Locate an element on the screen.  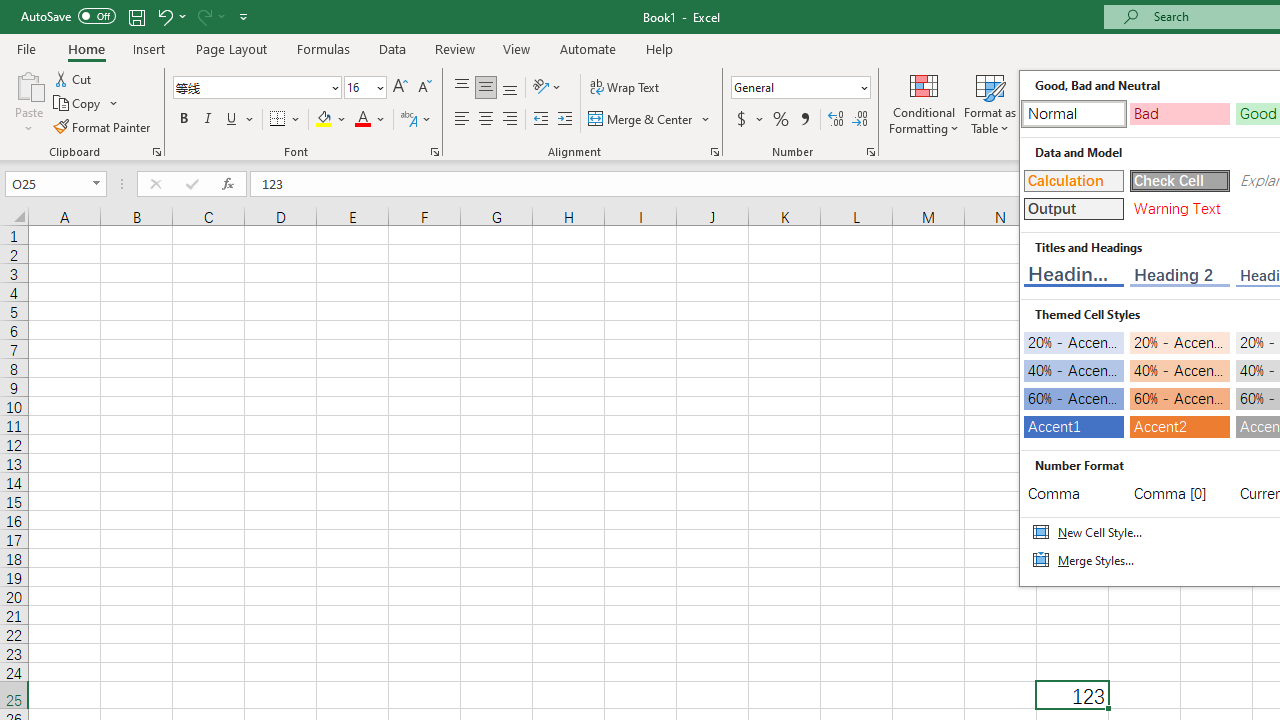
'Underline' is located at coordinates (240, 119).